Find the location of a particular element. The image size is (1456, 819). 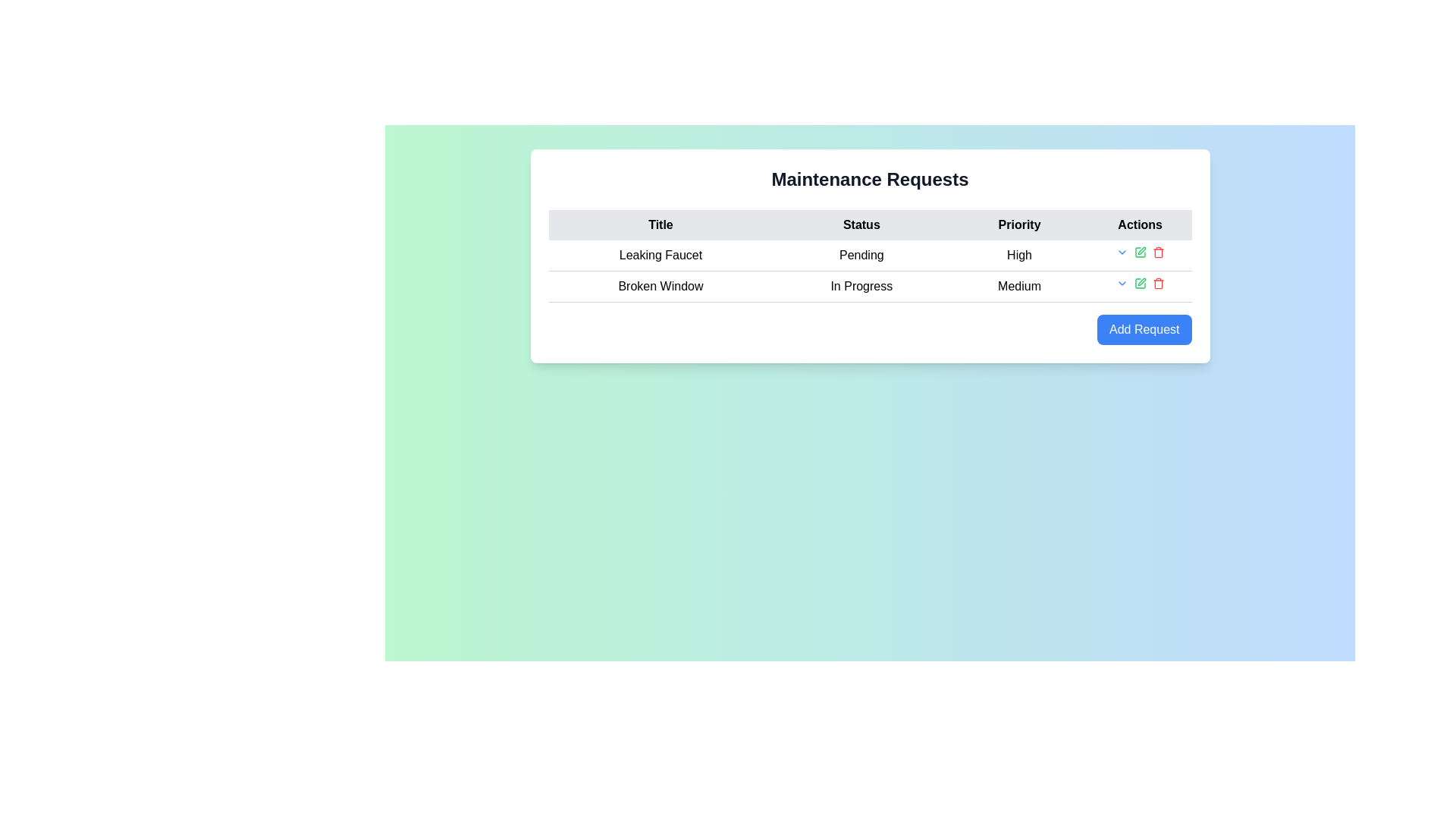

the 'Broken Window' label, which is the first cell in the 'Title' column of the second row in the table, centered in its cell with a light gray background is located at coordinates (661, 287).